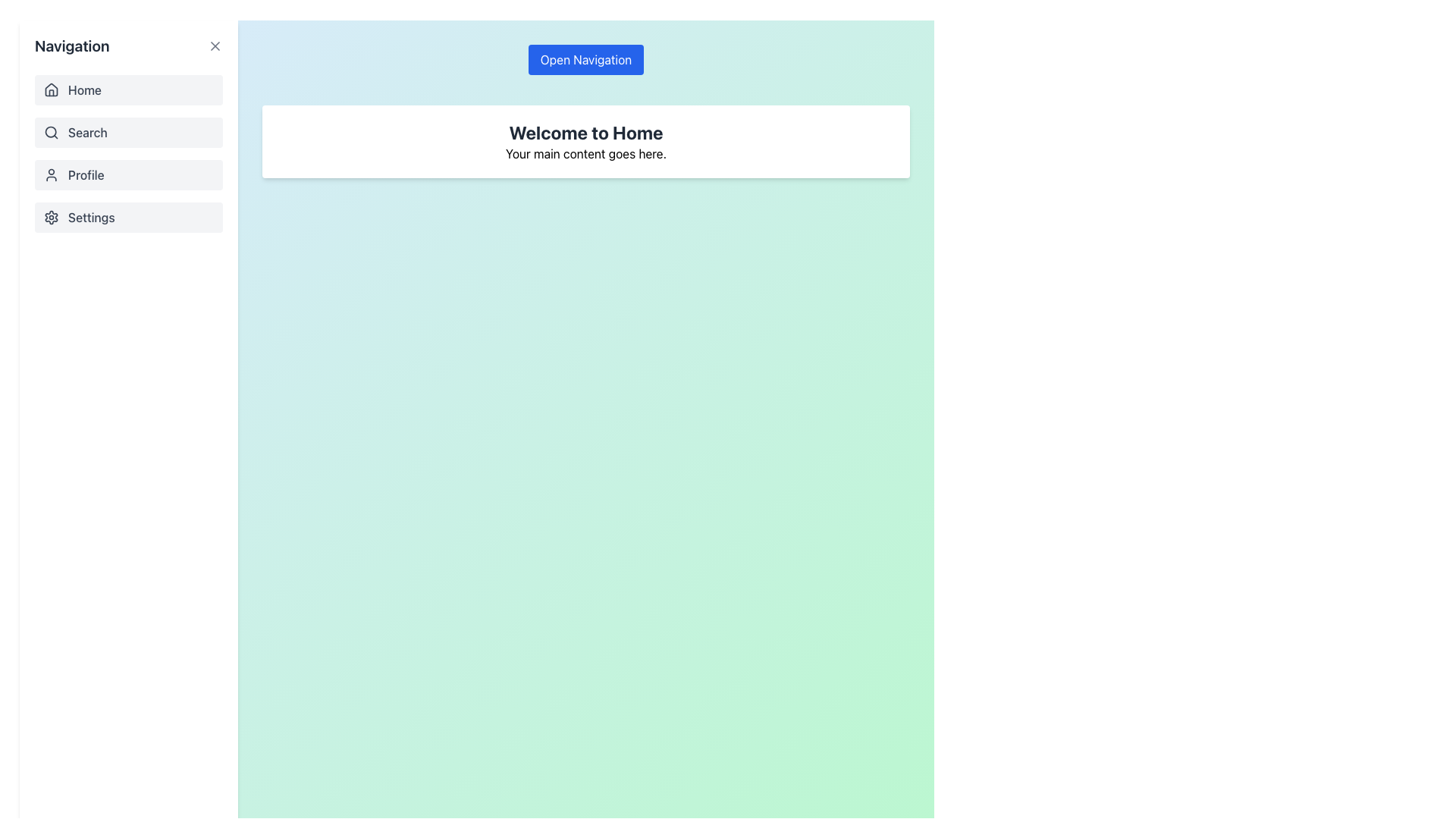  Describe the element at coordinates (128, 90) in the screenshot. I see `the navigation button located at the top of the left-side panel to redirect to the Home section of the application` at that location.